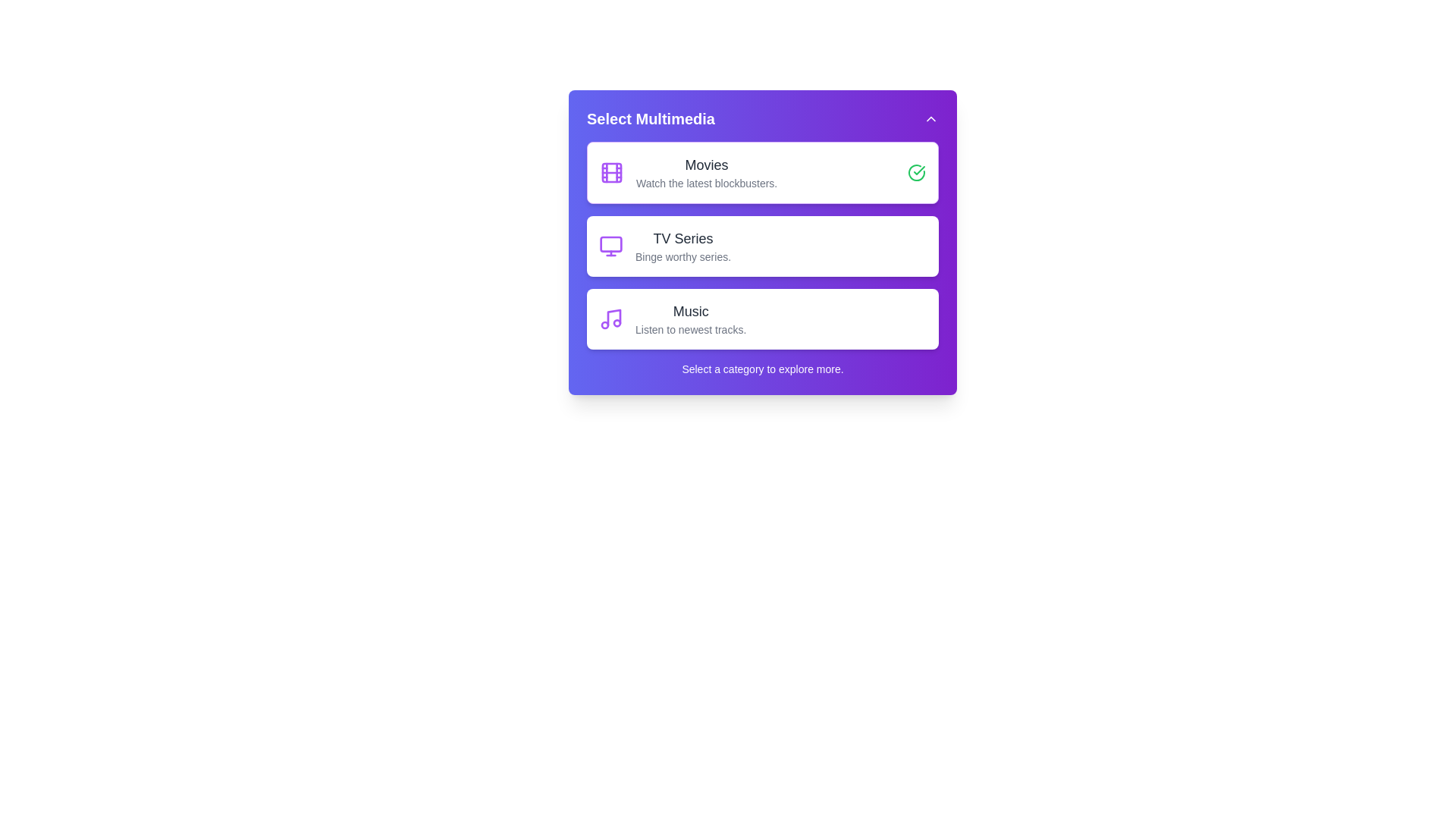  I want to click on the multimedia category TV Series by clicking on its respective card, so click(763, 245).